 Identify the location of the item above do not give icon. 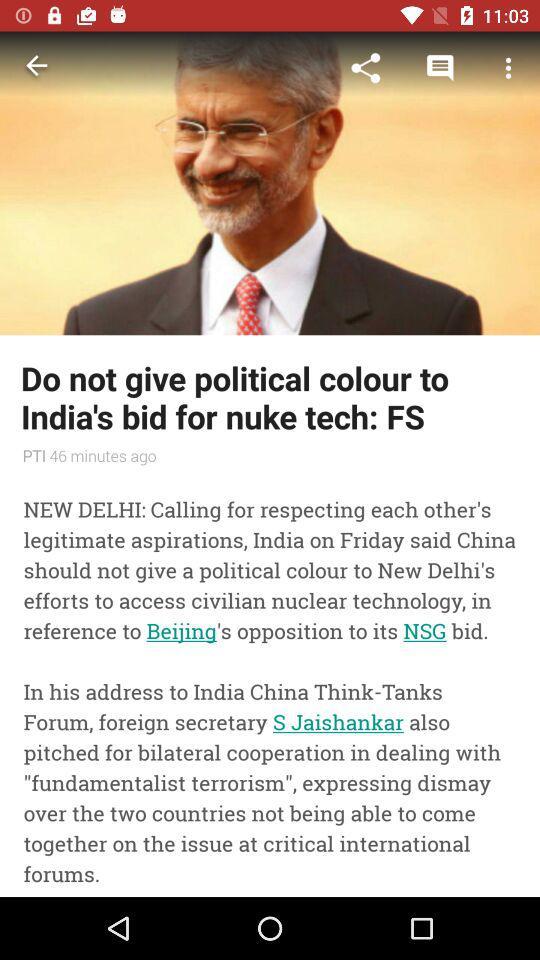
(508, 68).